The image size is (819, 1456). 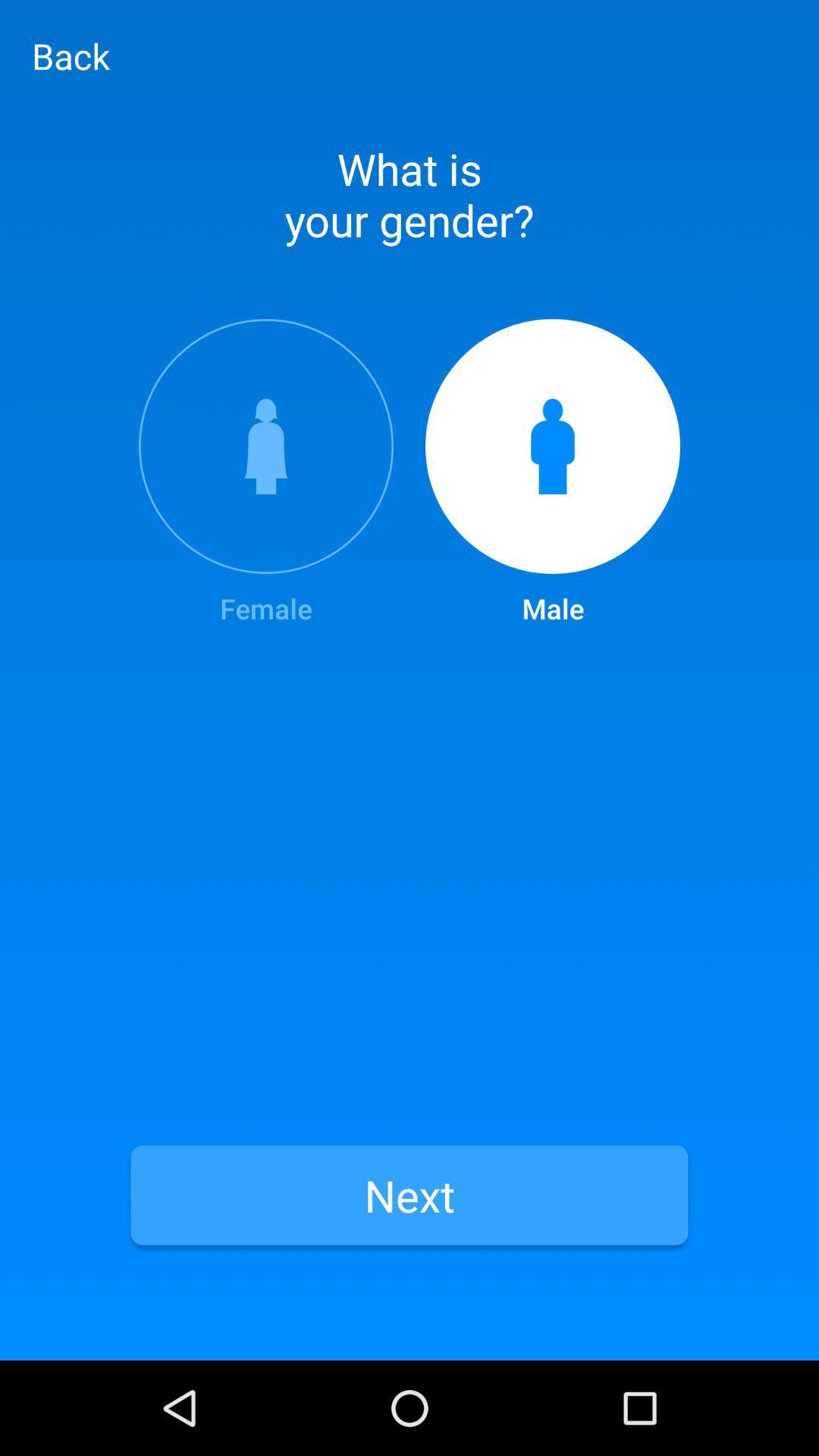 What do you see at coordinates (71, 55) in the screenshot?
I see `item above what is your item` at bounding box center [71, 55].